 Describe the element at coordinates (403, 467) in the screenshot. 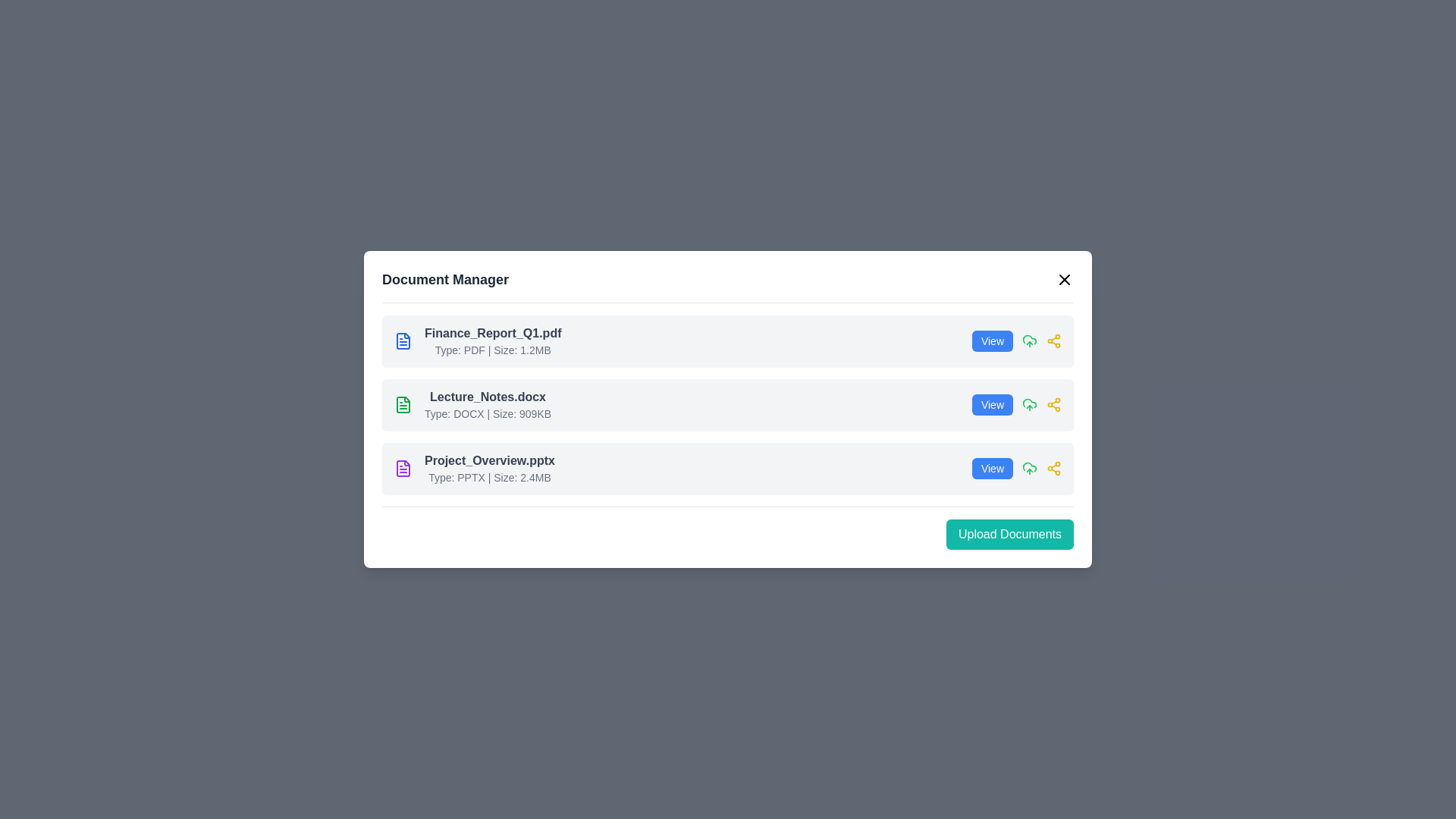

I see `the document type icon for 'Project_Overview.pptx', which is located in the third position of the Document Manager interface` at that location.